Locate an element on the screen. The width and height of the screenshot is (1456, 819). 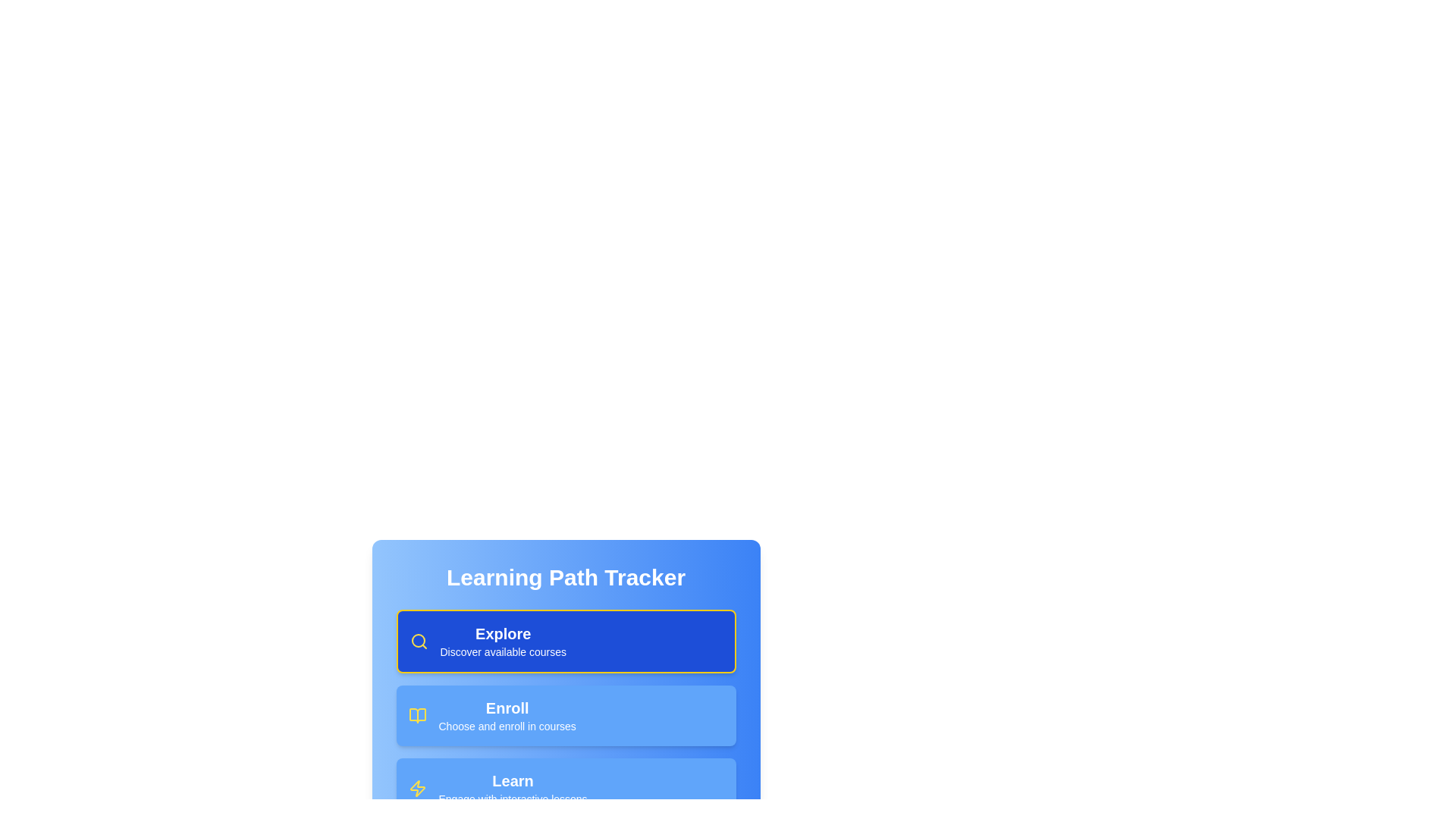
the static text element that reads 'Choose and enroll in courses,' located below the bold 'Enroll' text, within a blue background section is located at coordinates (507, 725).